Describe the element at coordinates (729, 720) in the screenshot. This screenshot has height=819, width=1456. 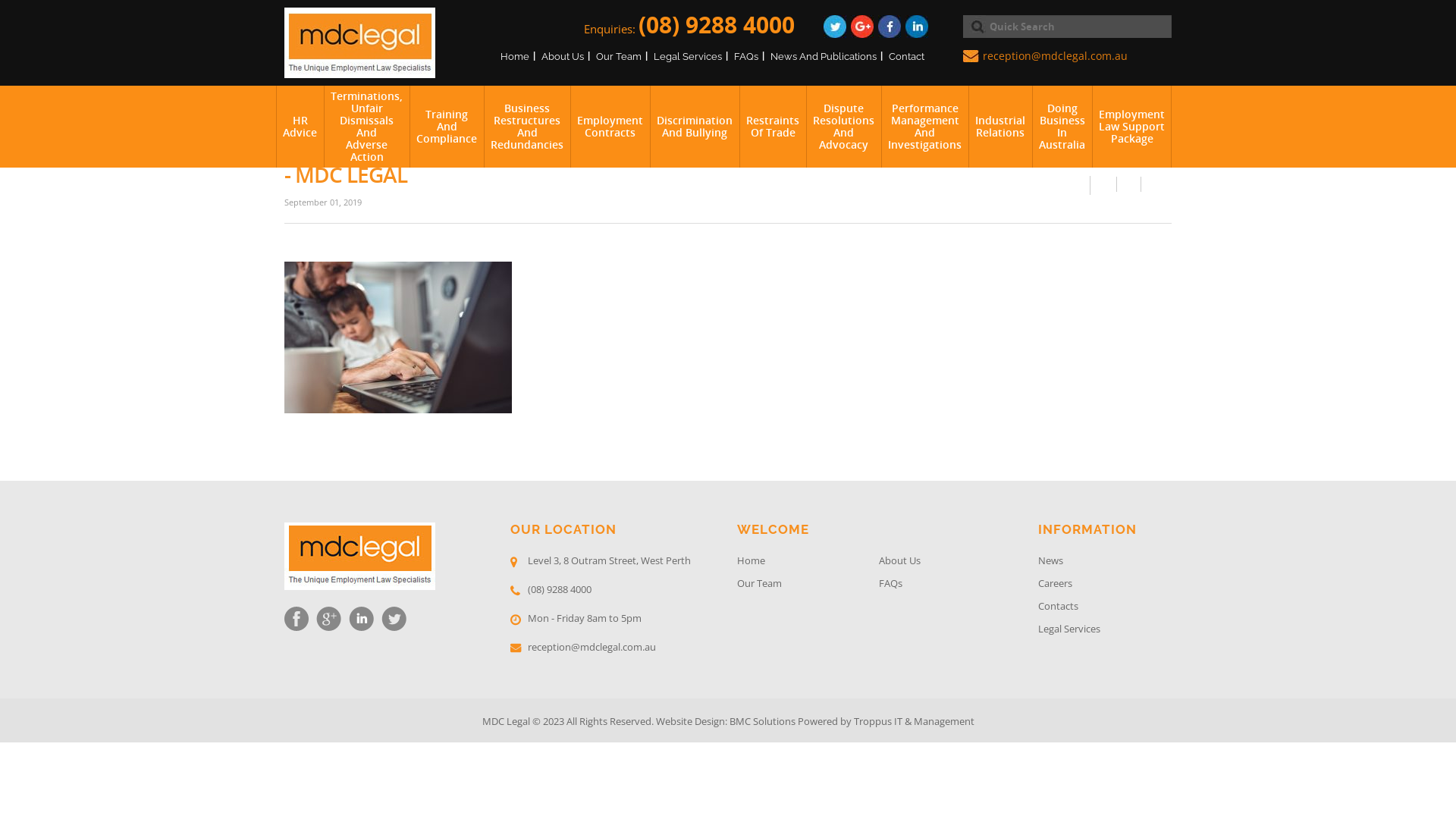
I see `'BMC Solutions'` at that location.